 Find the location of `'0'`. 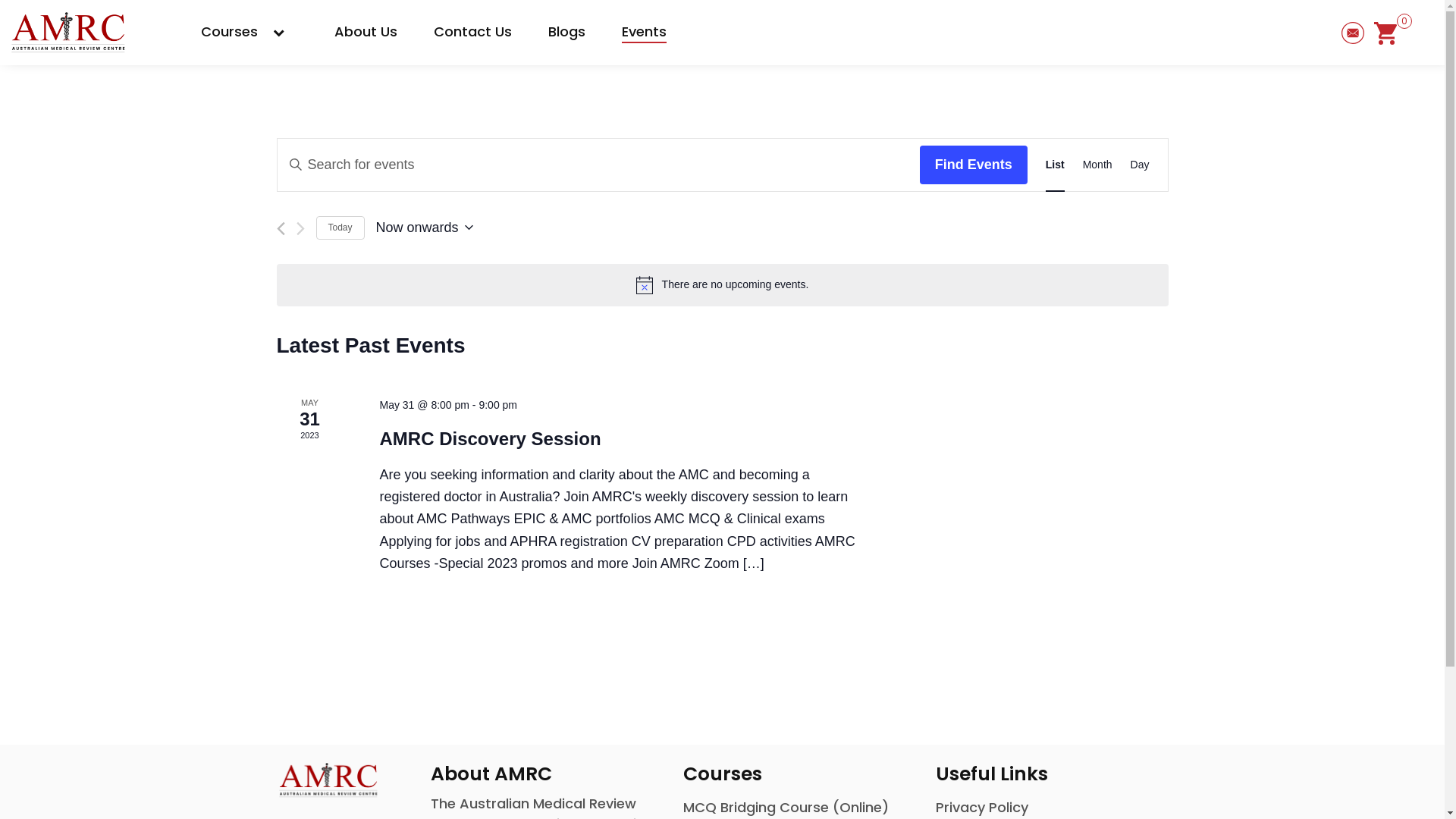

'0' is located at coordinates (1385, 32).